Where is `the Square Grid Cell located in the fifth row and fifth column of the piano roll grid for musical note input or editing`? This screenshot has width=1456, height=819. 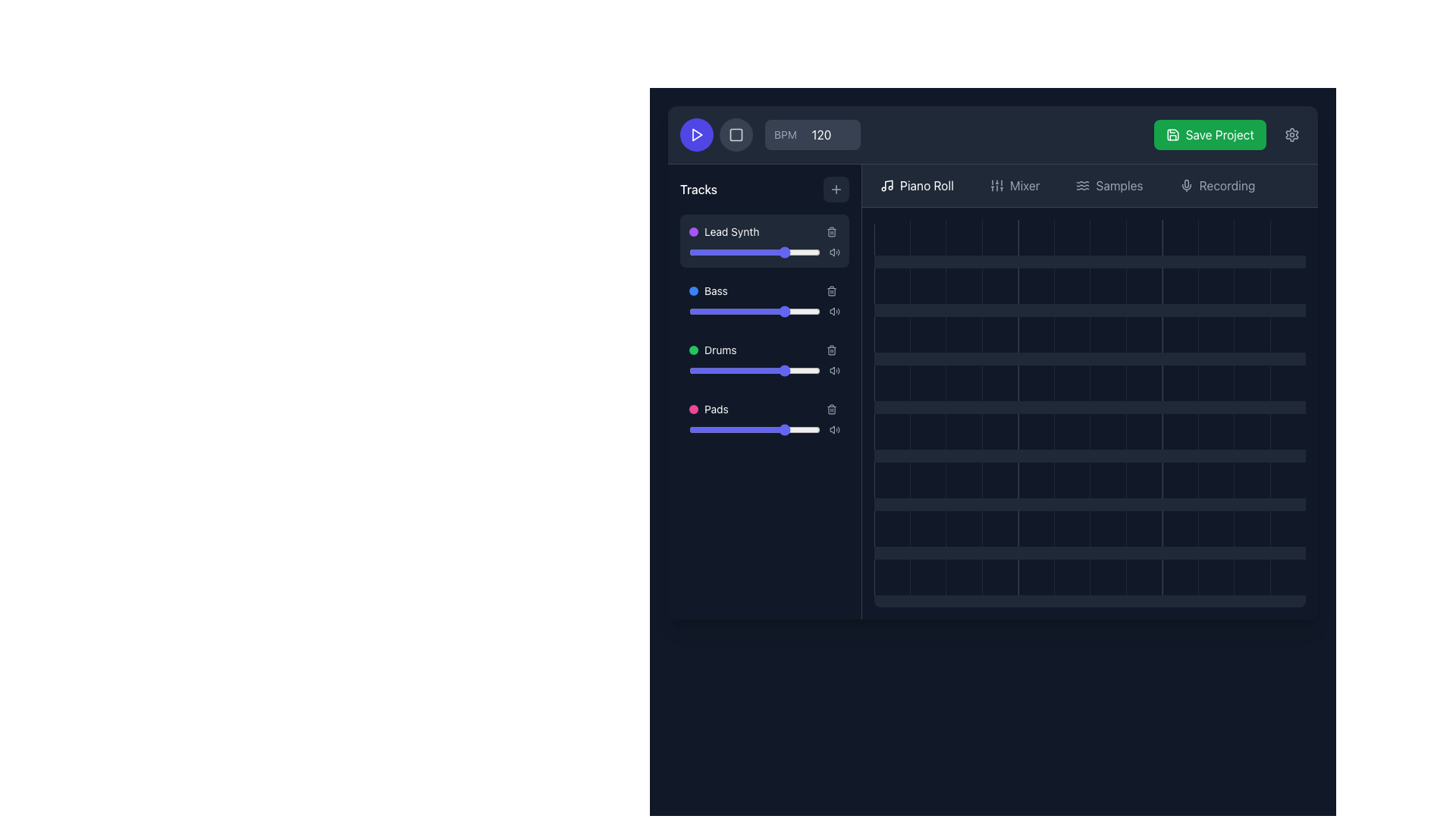
the Square Grid Cell located in the fifth row and fifth column of the piano roll grid for musical note input or editing is located at coordinates (1071, 382).